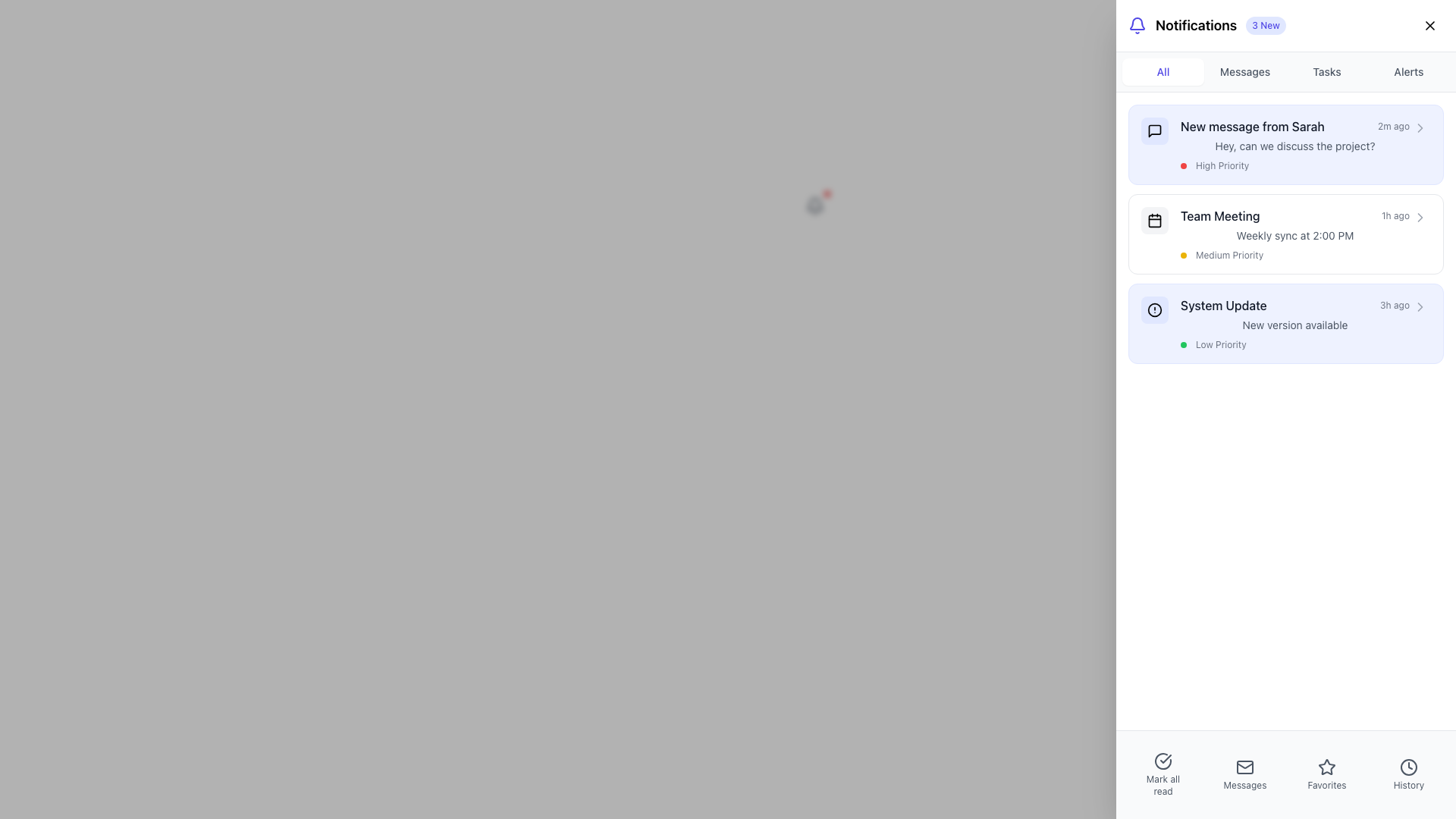 The image size is (1456, 819). I want to click on the first notification card with the header 'New message from Sarah', so click(1285, 145).